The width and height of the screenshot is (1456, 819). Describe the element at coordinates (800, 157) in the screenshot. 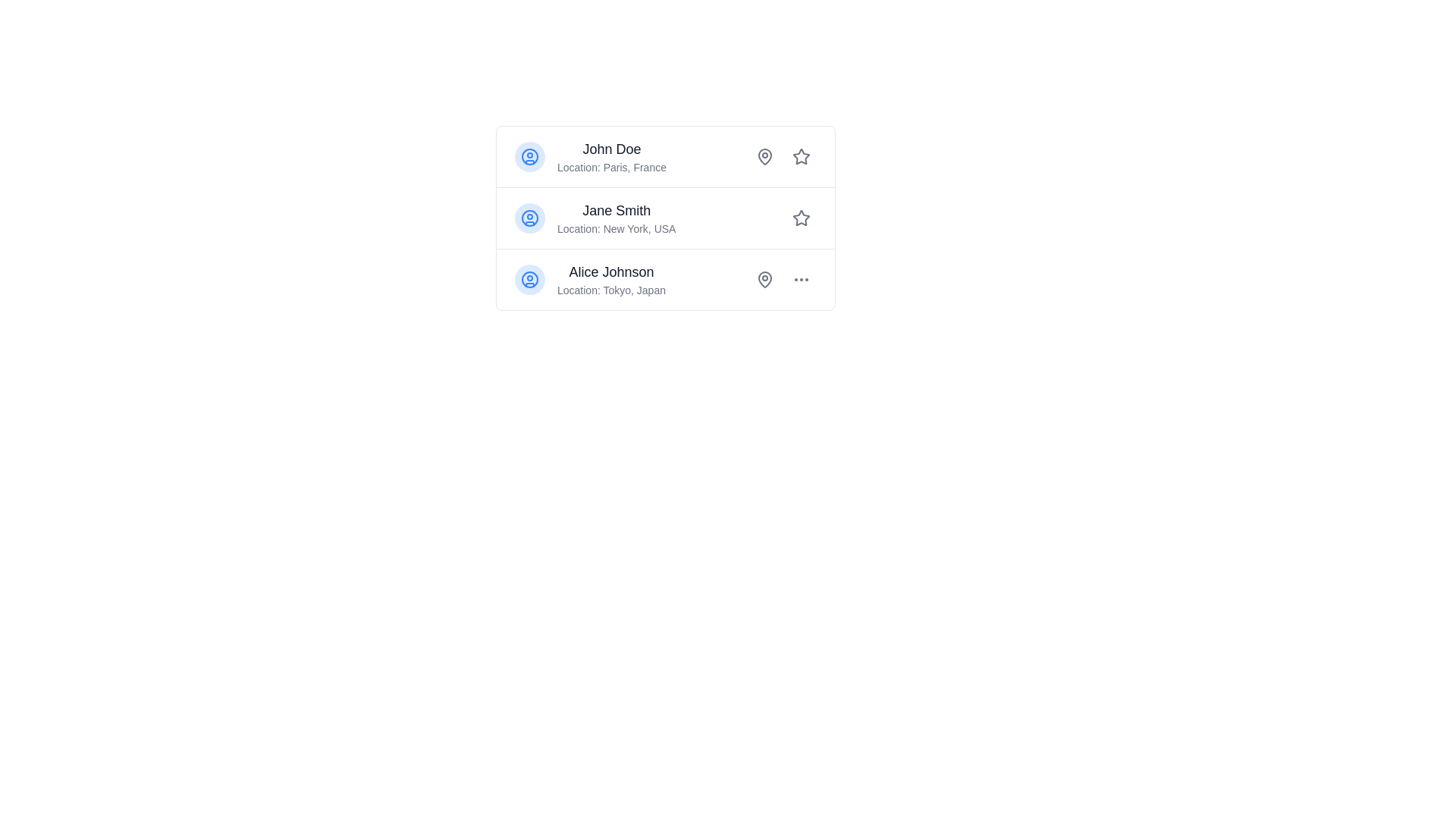

I see `the star icon button adjacent to the location pin icon` at that location.